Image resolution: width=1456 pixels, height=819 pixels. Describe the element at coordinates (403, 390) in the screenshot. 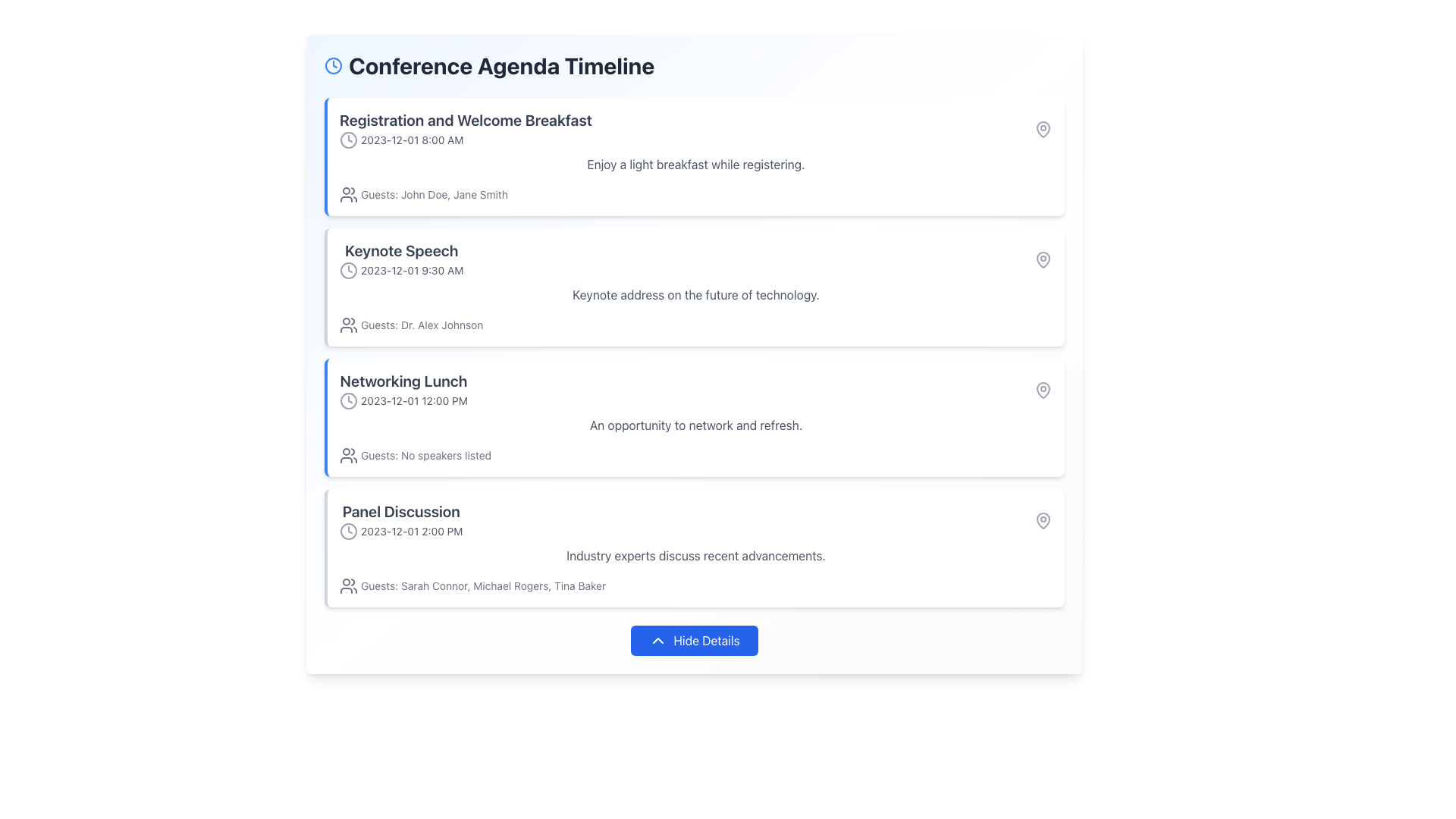

I see `the 'Networking Lunch' text element with the associated clock icon, which is the third item in the agenda timeline section` at that location.